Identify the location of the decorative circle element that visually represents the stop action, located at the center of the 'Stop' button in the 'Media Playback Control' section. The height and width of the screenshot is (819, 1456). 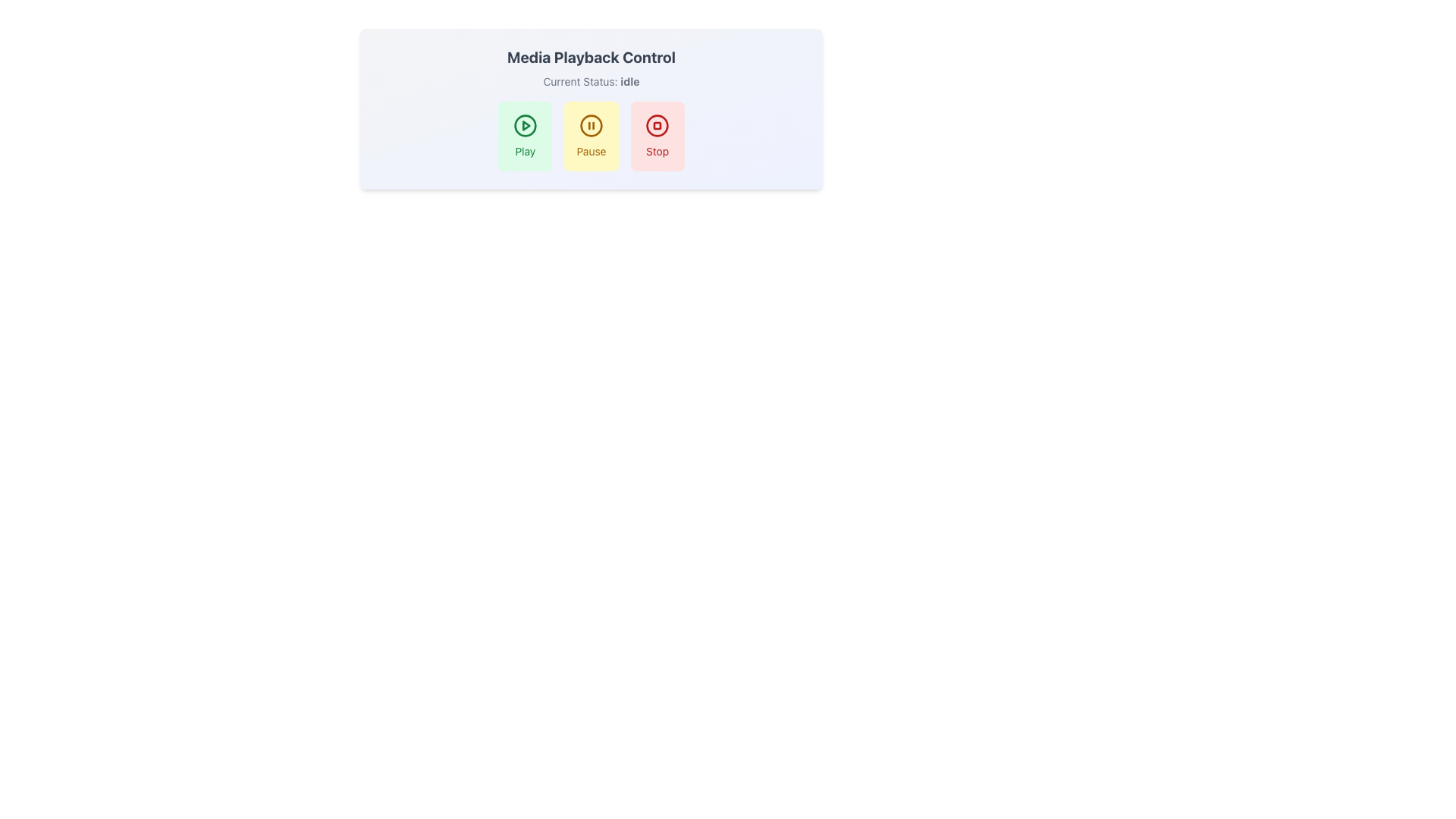
(657, 124).